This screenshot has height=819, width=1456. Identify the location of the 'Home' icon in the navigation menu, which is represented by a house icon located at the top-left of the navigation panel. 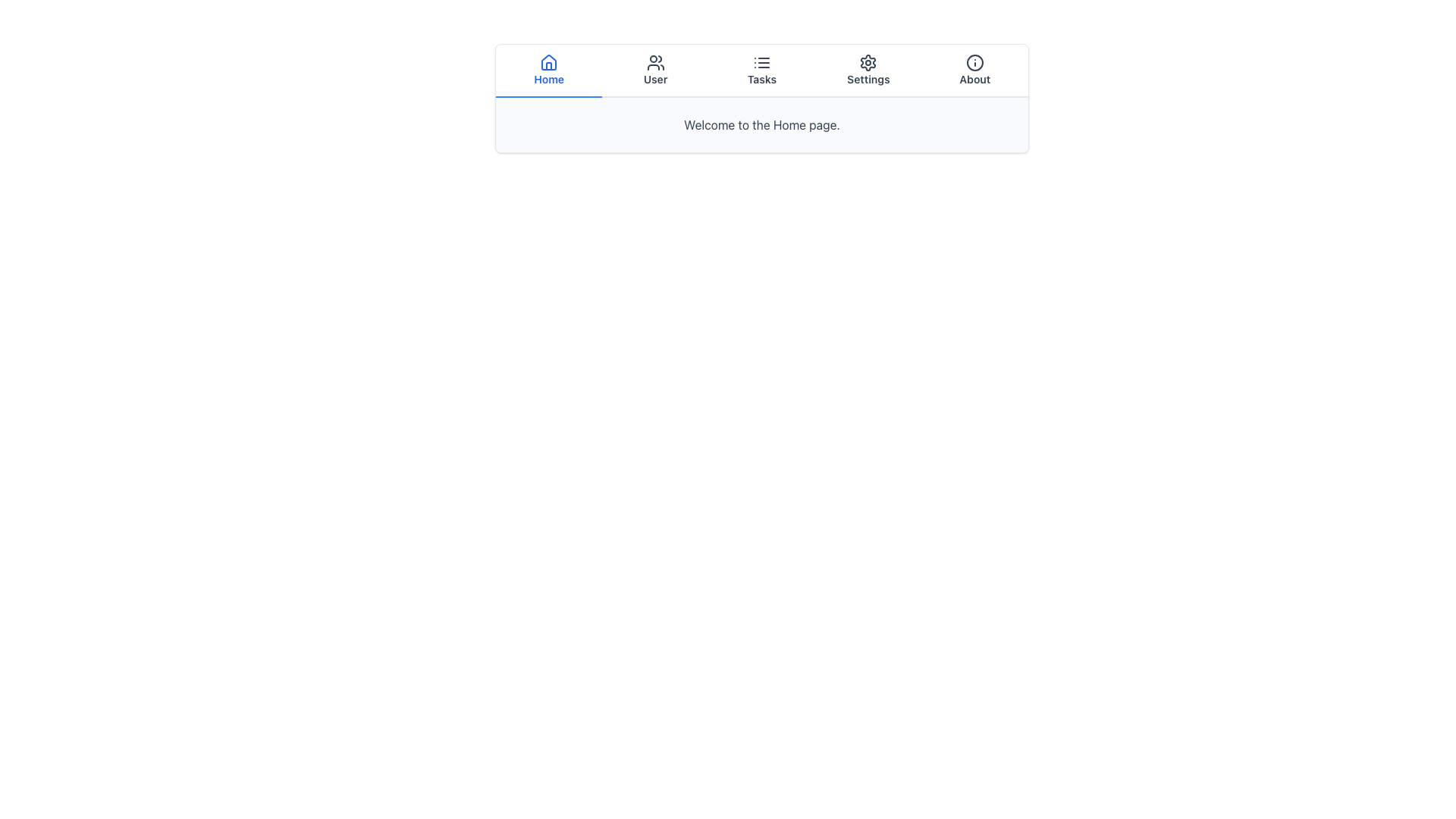
(548, 62).